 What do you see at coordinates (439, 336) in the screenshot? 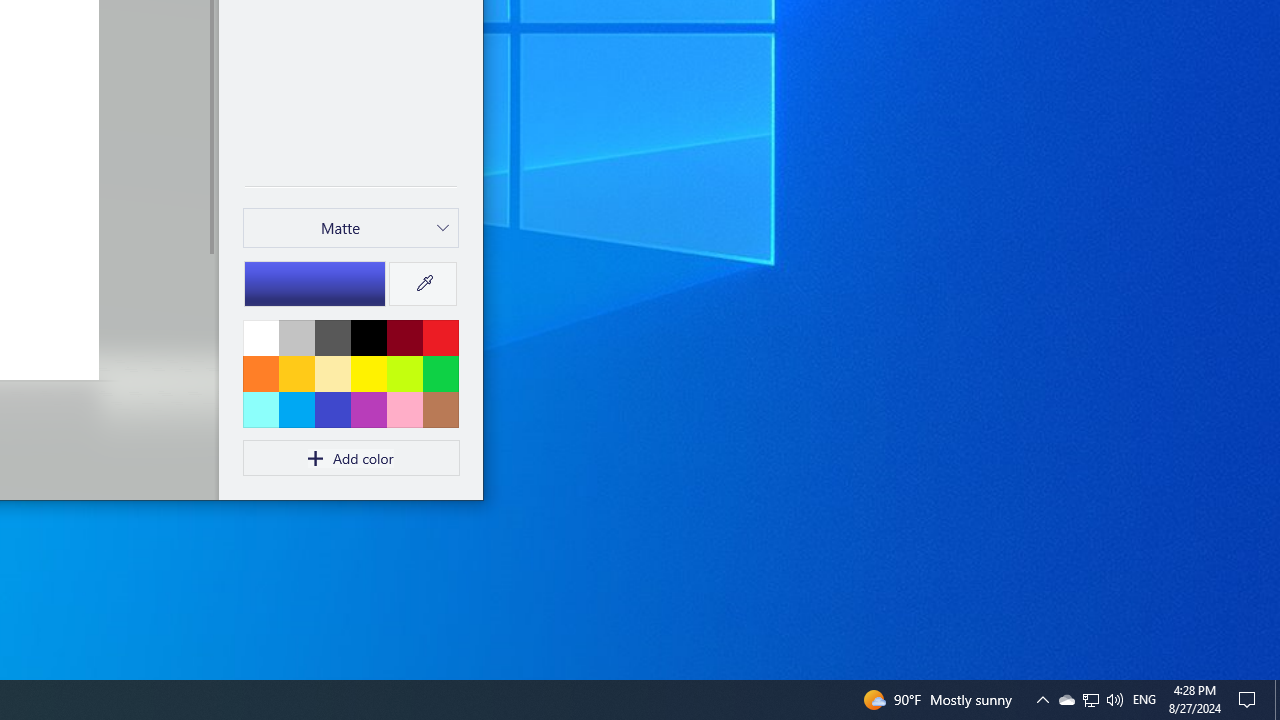
I see `'Red'` at bounding box center [439, 336].